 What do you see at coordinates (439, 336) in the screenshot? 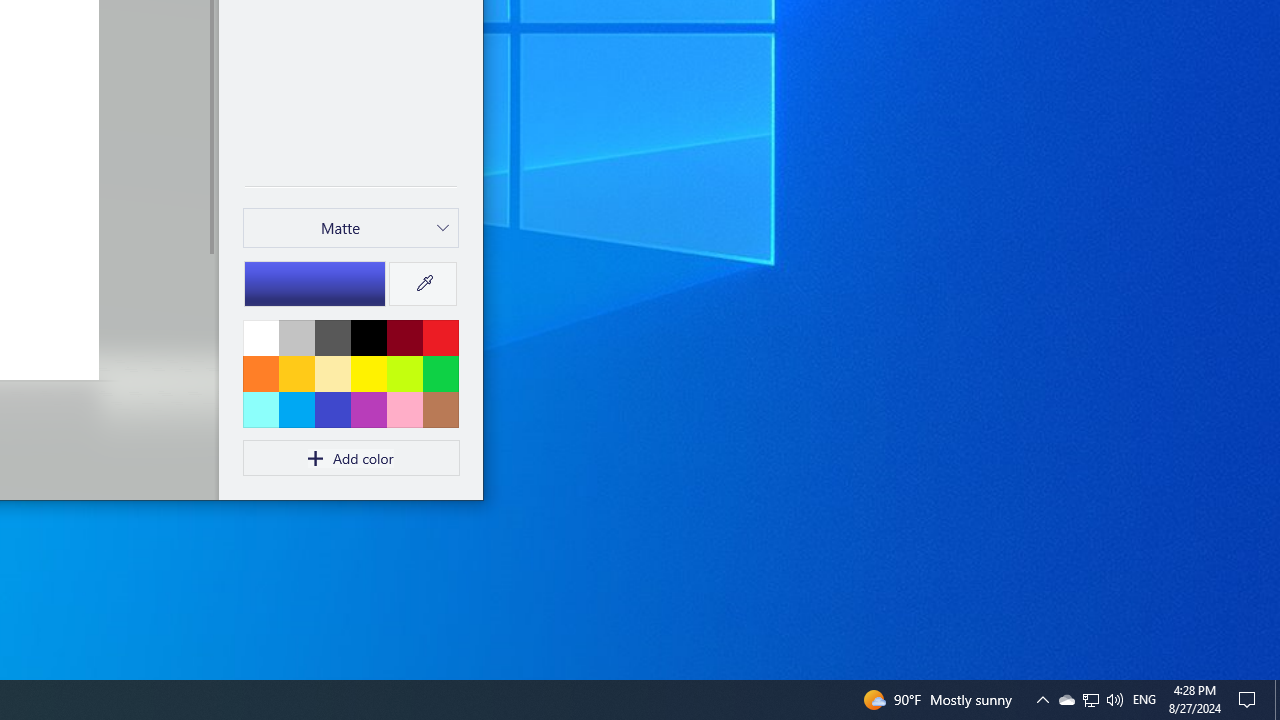
I see `'Red'` at bounding box center [439, 336].